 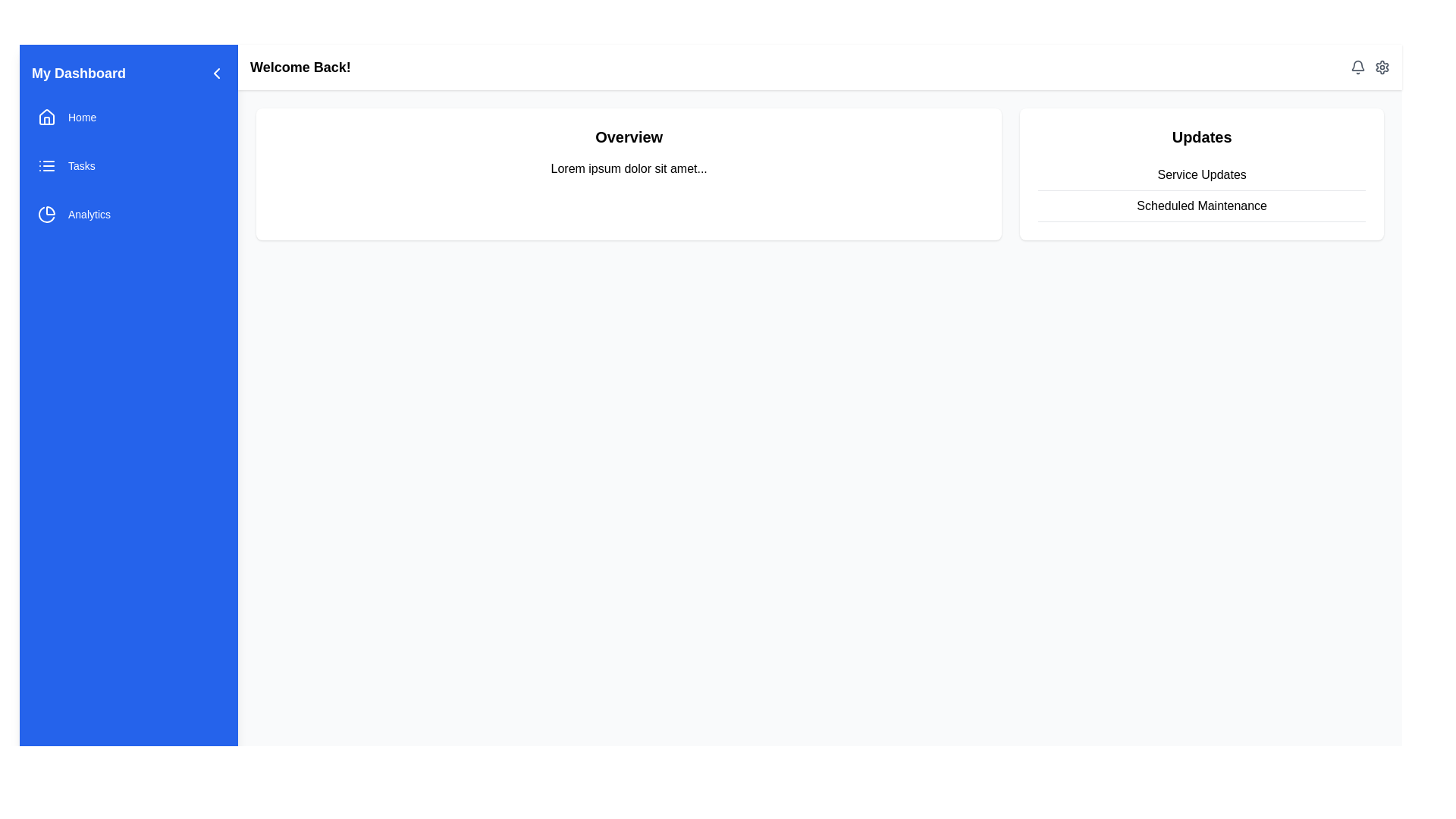 What do you see at coordinates (128, 116) in the screenshot?
I see `the first navigation link in the vertical list on the left sidebar` at bounding box center [128, 116].